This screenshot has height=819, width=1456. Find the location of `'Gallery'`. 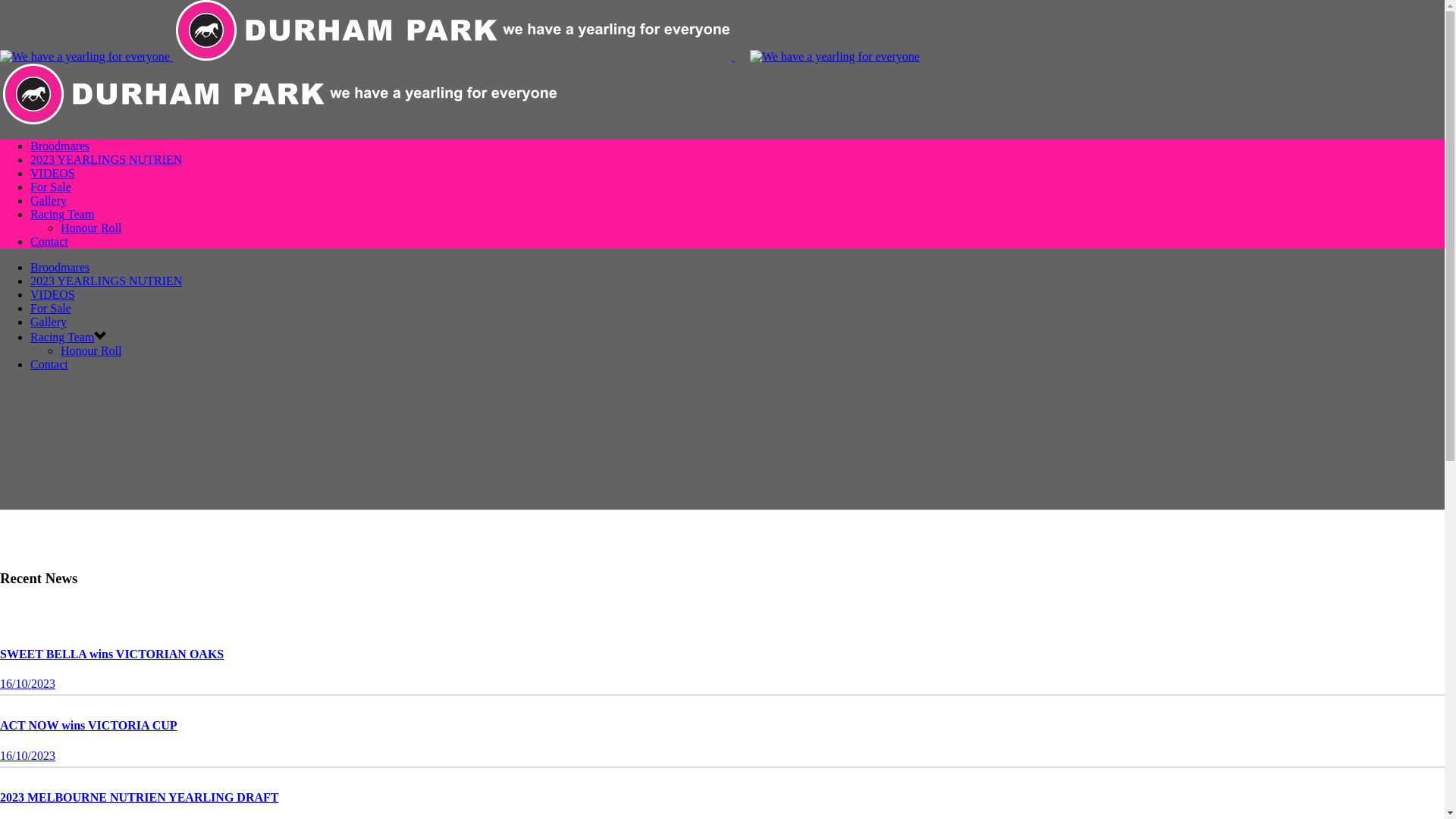

'Gallery' is located at coordinates (48, 199).